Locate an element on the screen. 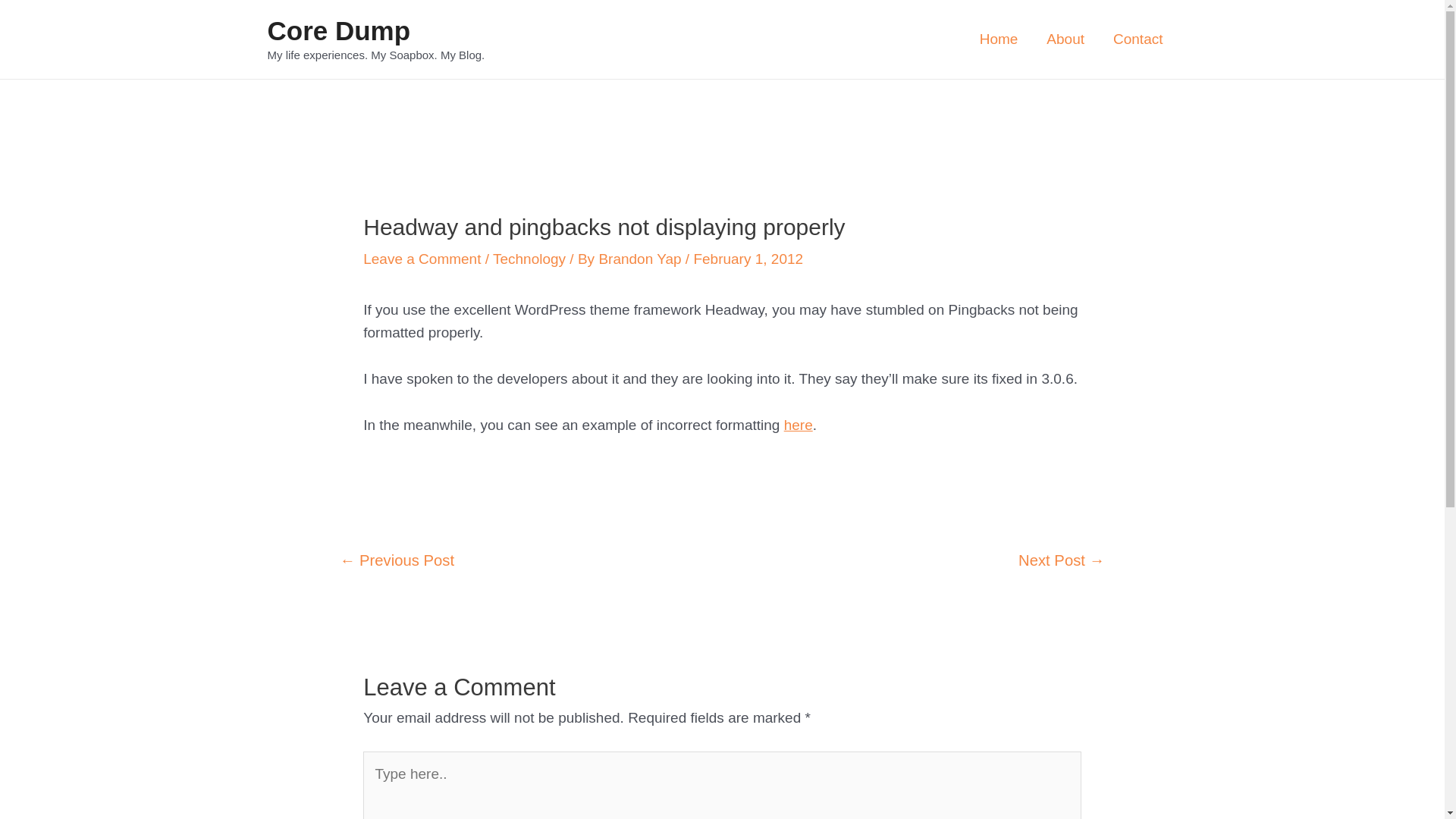 This screenshot has height=819, width=1456. 'About' is located at coordinates (1065, 38).